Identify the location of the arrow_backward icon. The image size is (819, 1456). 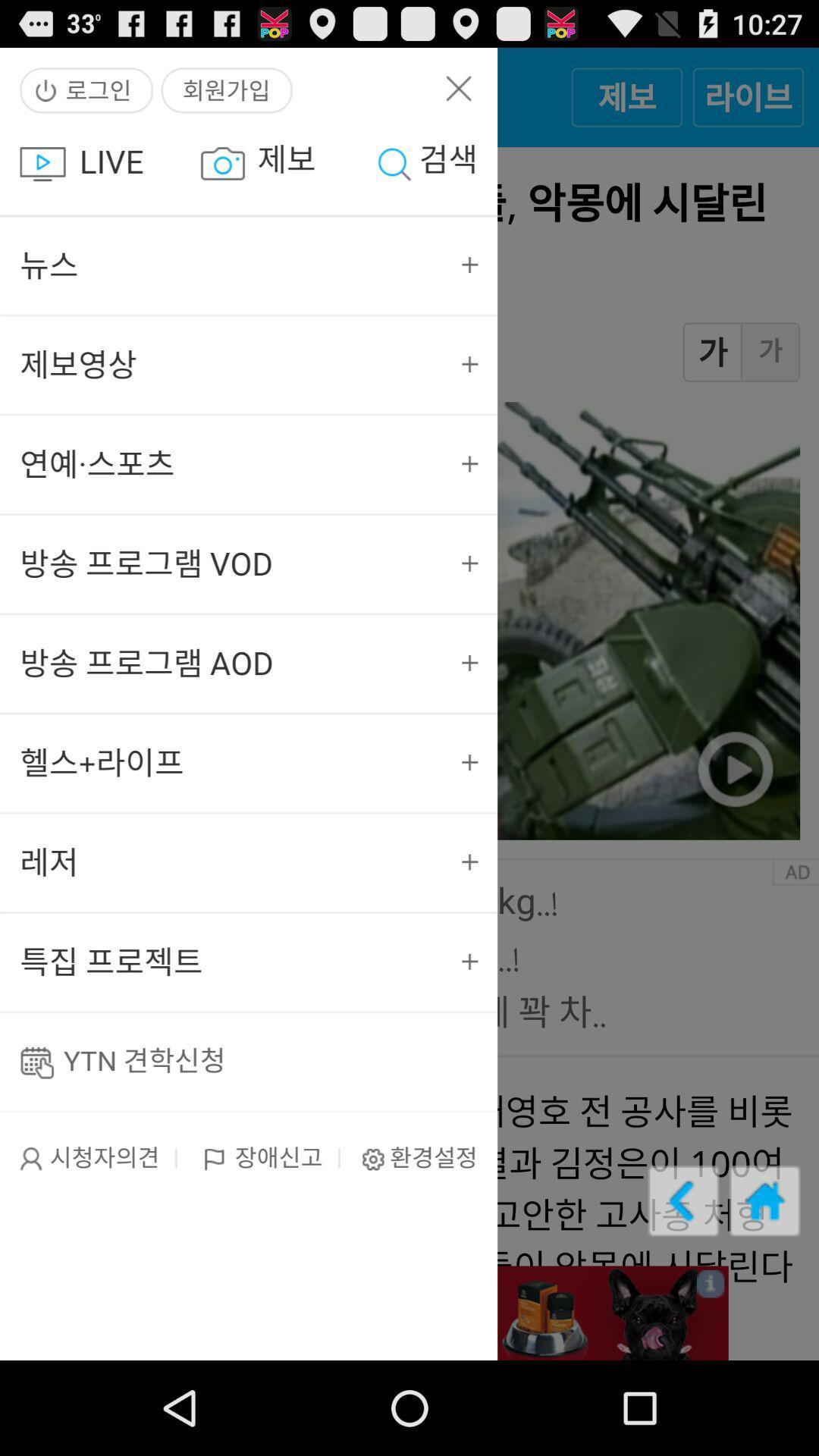
(683, 1285).